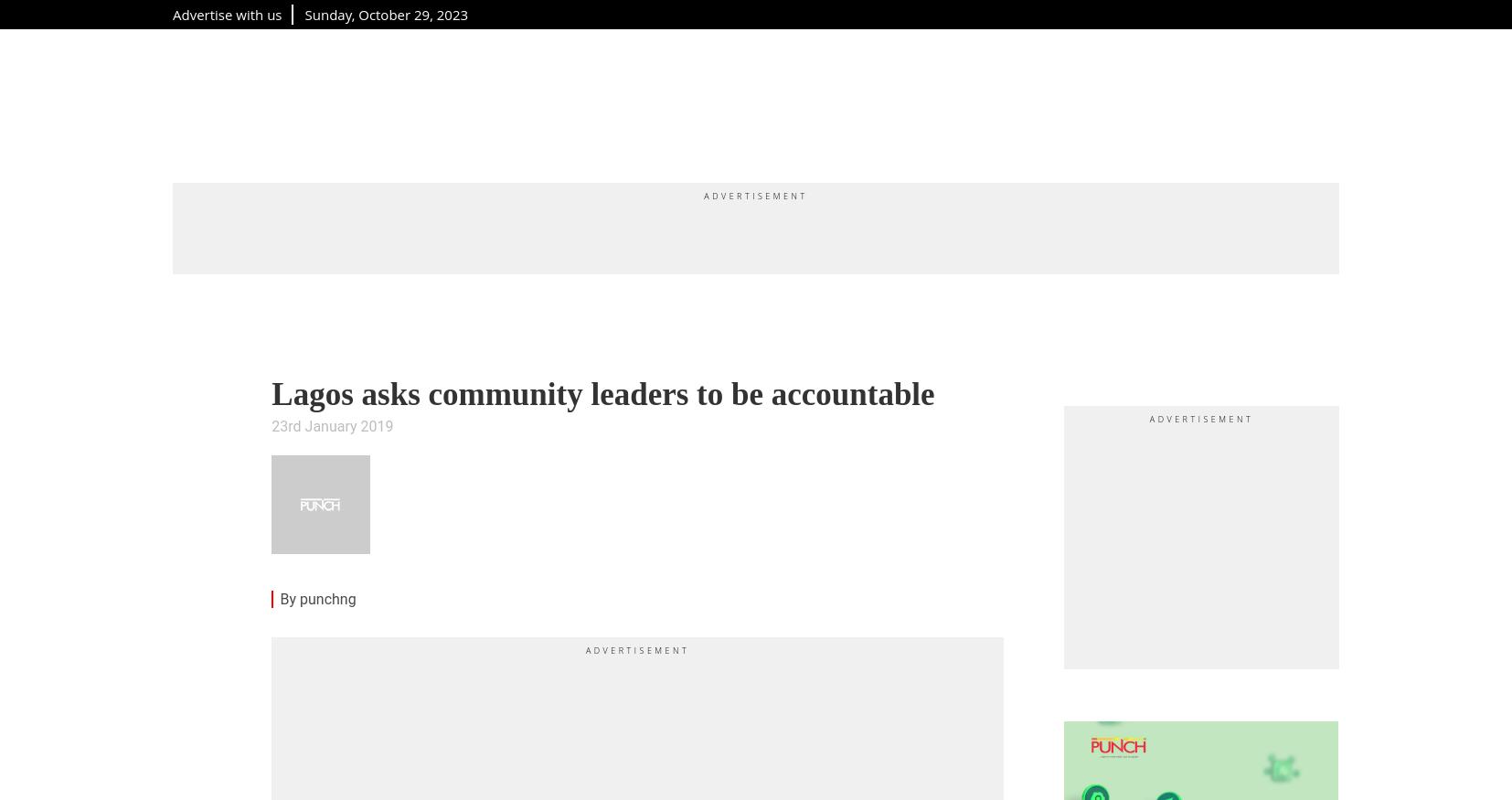  Describe the element at coordinates (952, 102) in the screenshot. I see `'HealthWise'` at that location.